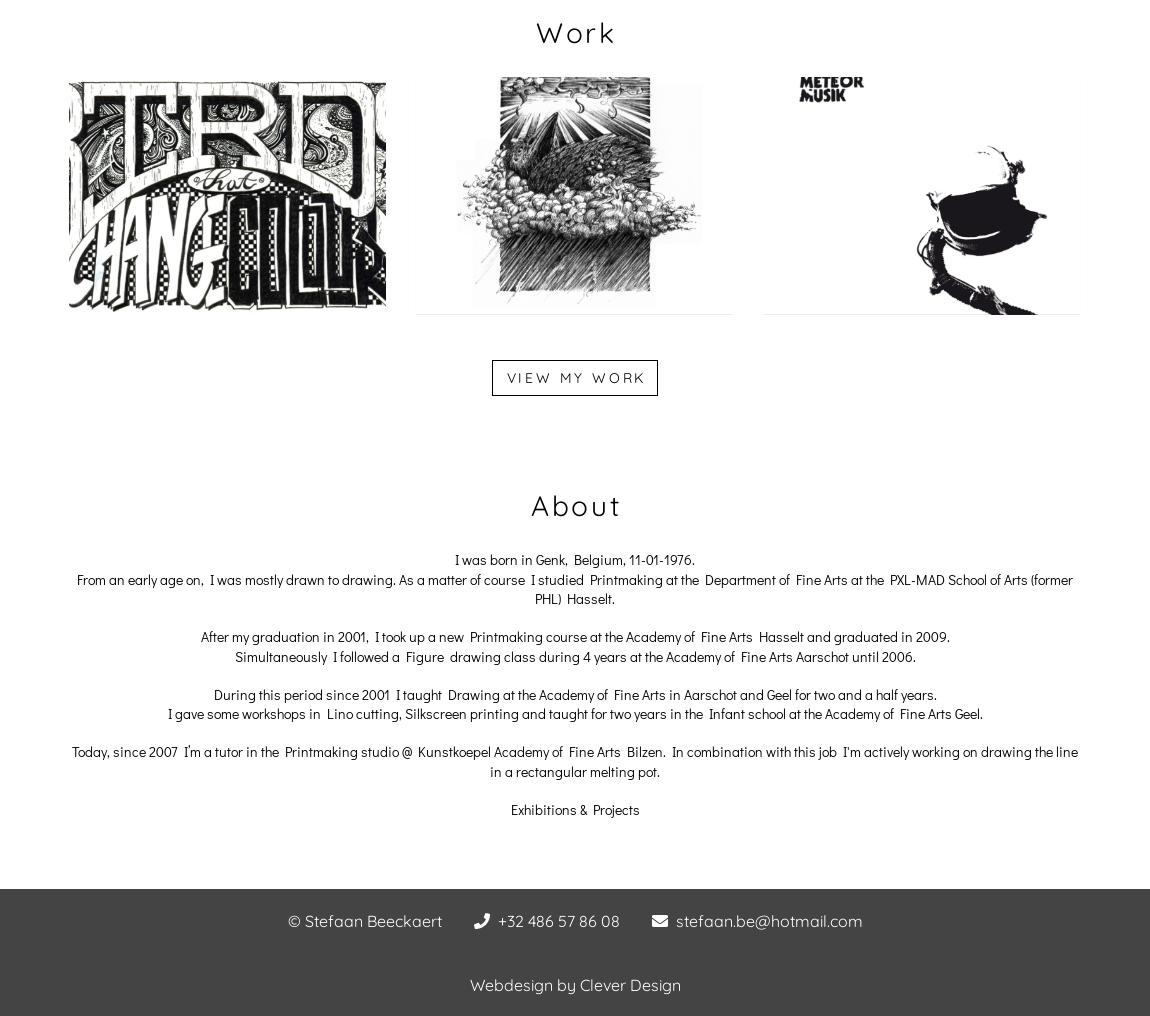 The height and width of the screenshot is (1016, 1150). What do you see at coordinates (451, 156) in the screenshot?
I see `'Confessions Of A Dangerous Mind'` at bounding box center [451, 156].